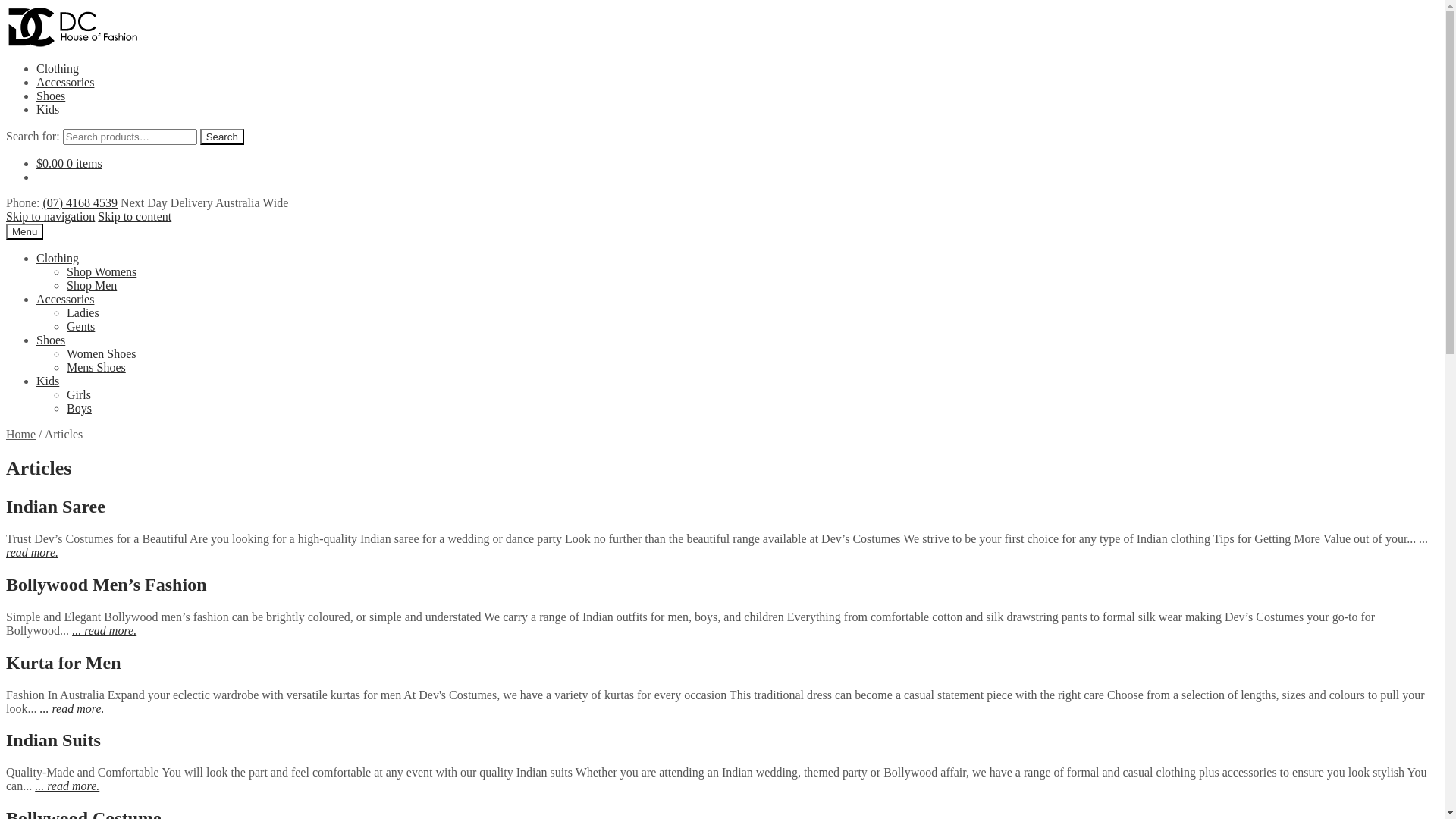 This screenshot has width=1456, height=819. What do you see at coordinates (58, 257) in the screenshot?
I see `'Clothing'` at bounding box center [58, 257].